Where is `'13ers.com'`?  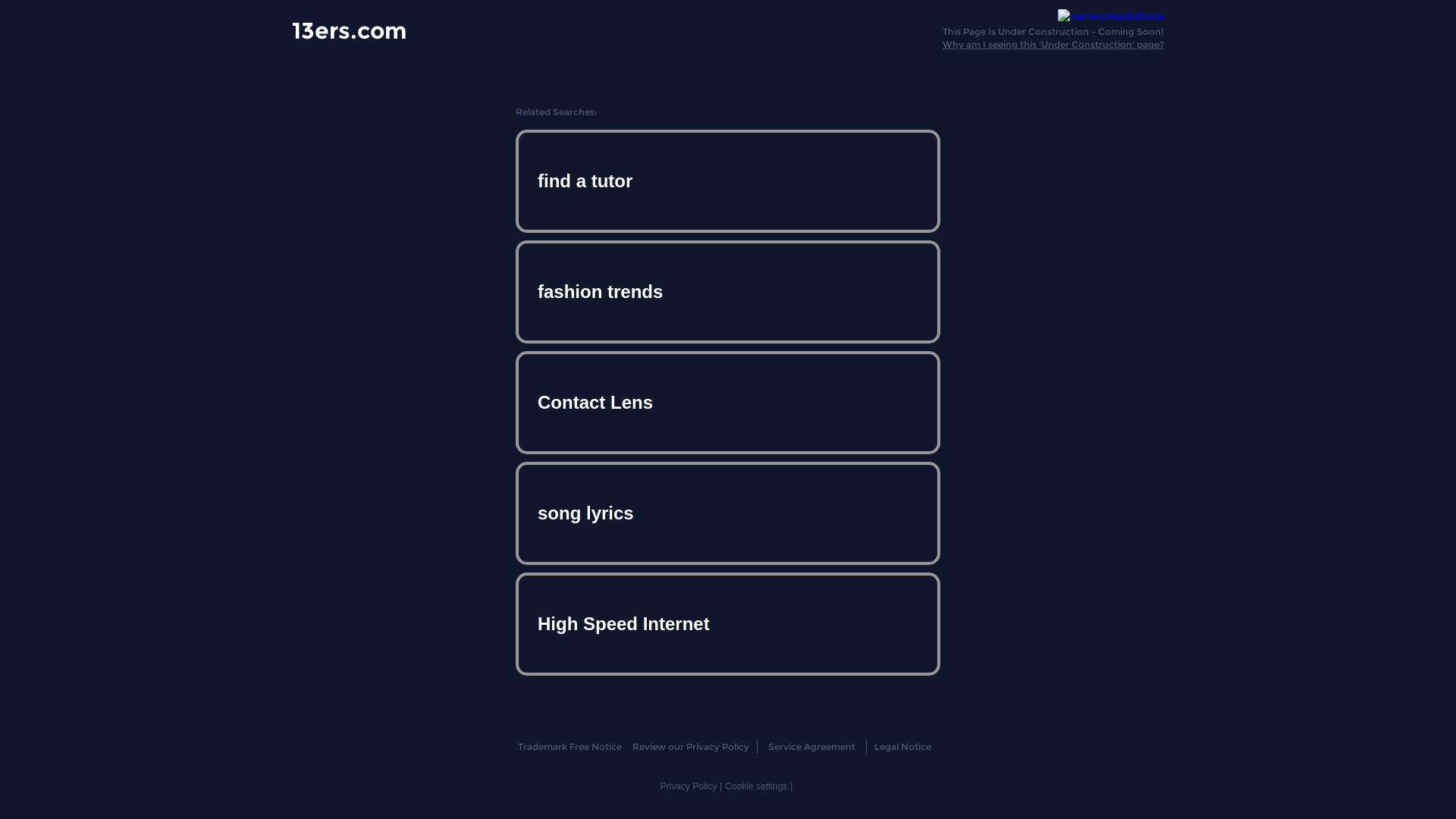
'13ers.com' is located at coordinates (348, 30).